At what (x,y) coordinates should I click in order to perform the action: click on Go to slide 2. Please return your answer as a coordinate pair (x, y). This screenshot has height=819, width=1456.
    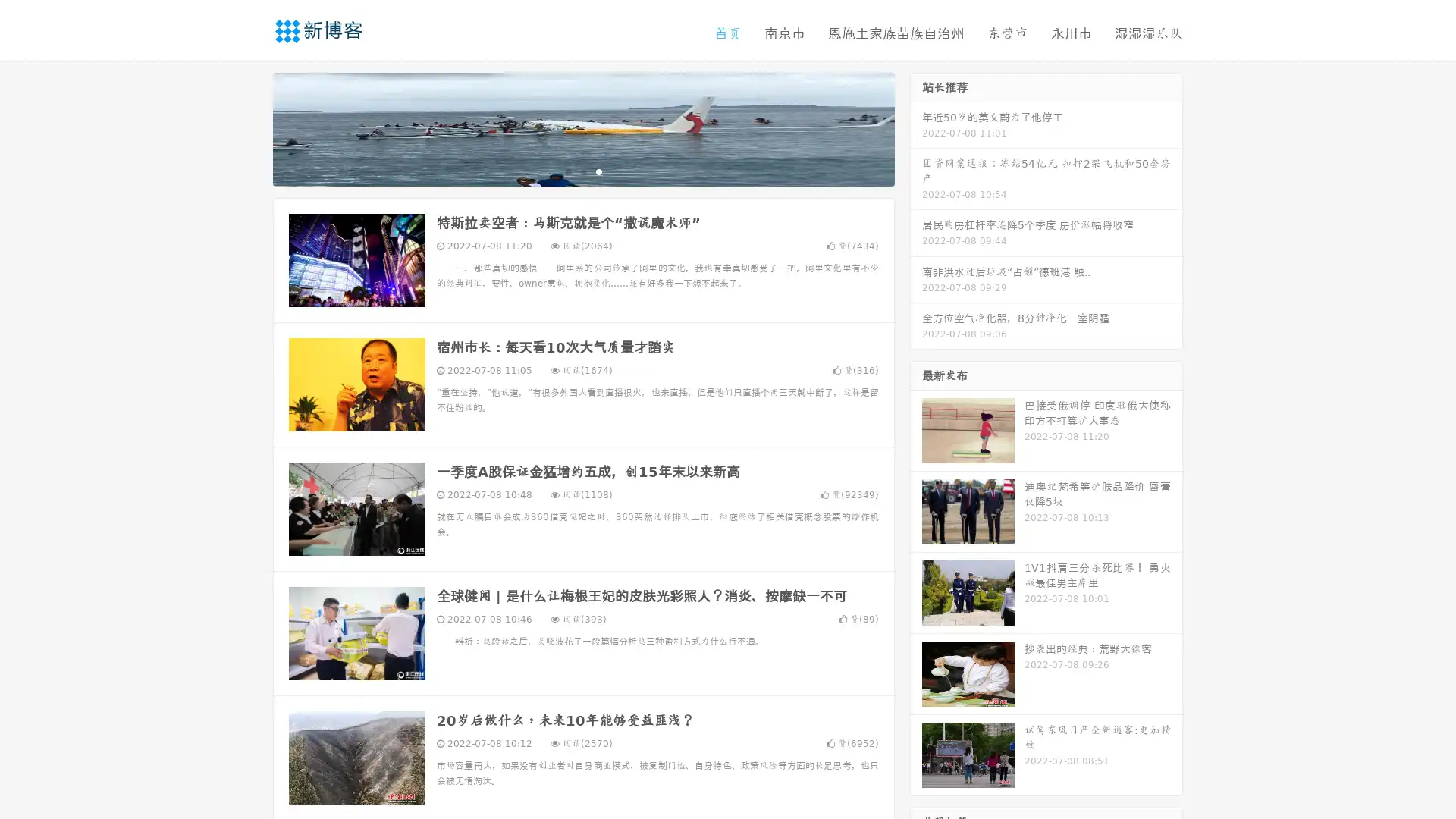
    Looking at the image, I should click on (582, 171).